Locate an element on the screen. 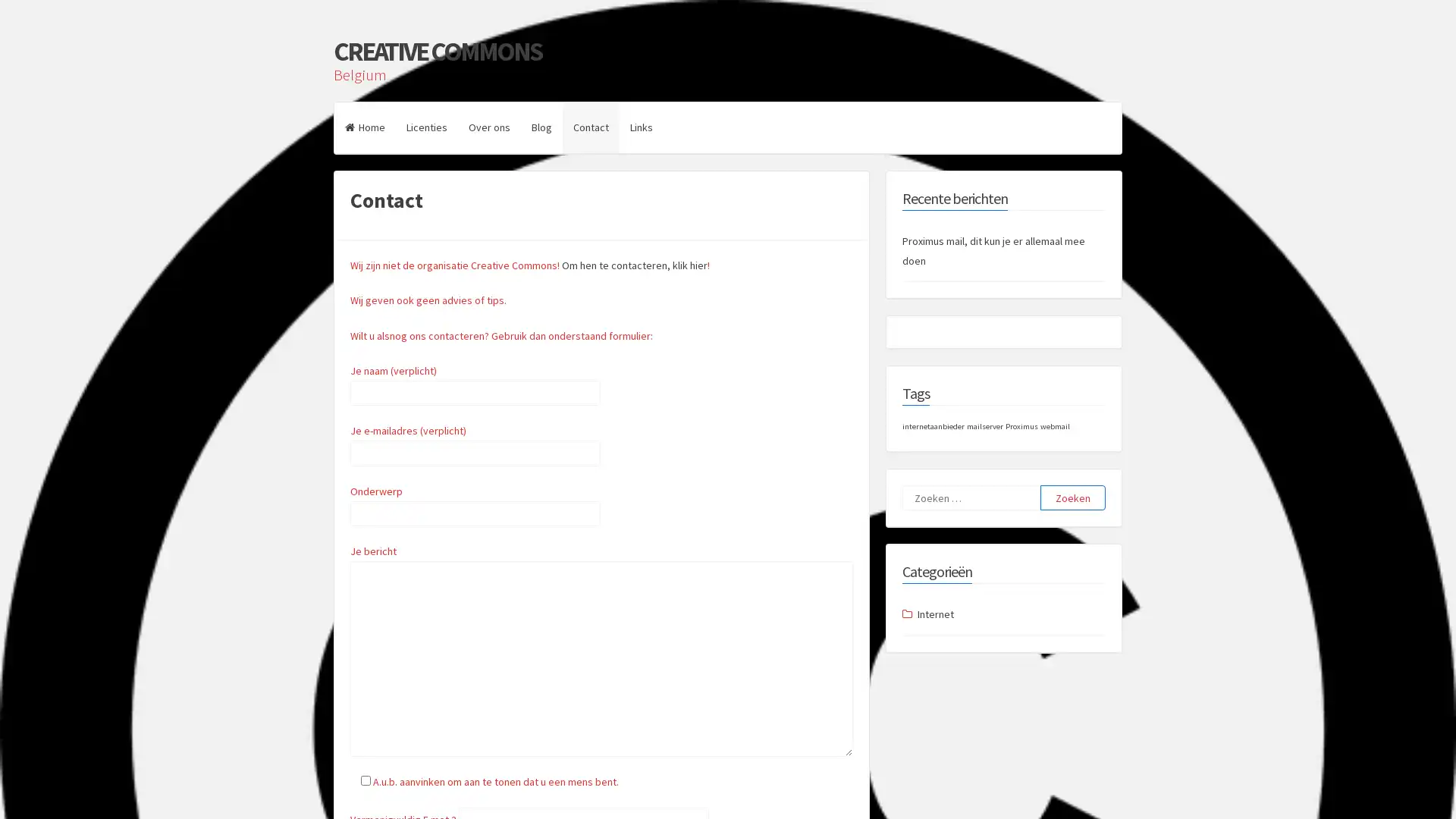 The width and height of the screenshot is (1456, 819). Zoeken is located at coordinates (1072, 497).